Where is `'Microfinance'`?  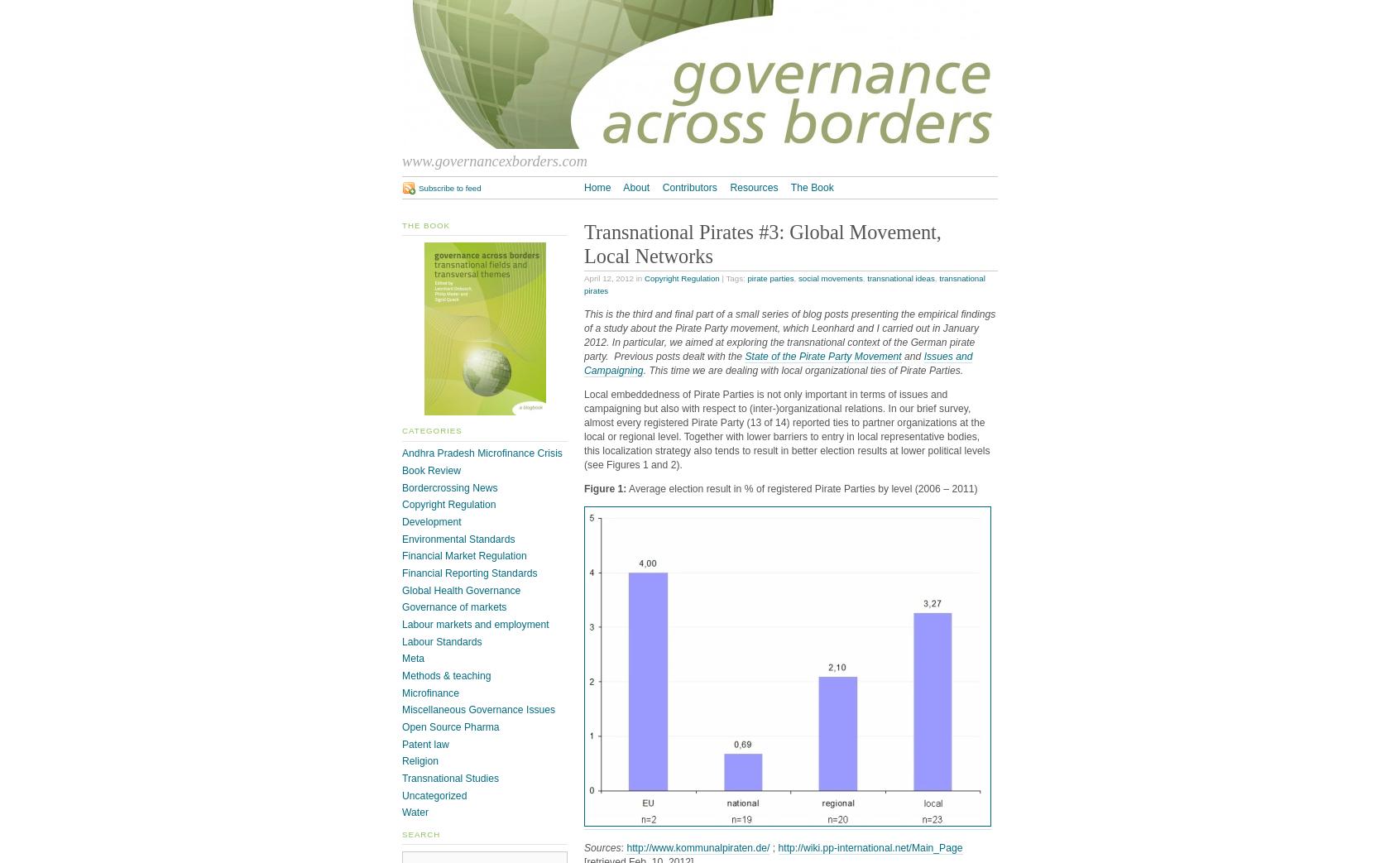 'Microfinance' is located at coordinates (400, 693).